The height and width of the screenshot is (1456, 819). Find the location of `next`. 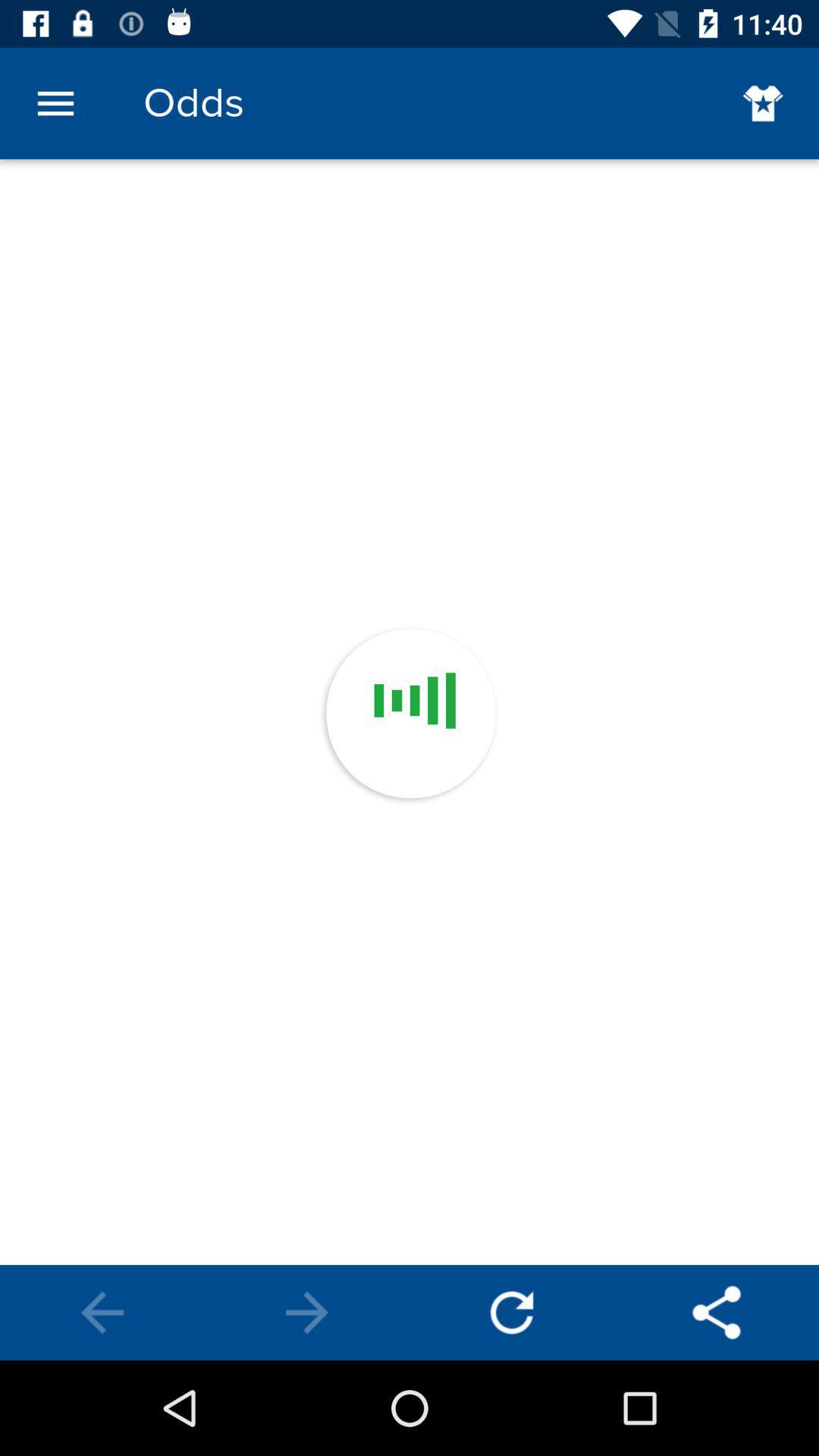

next is located at coordinates (307, 1312).